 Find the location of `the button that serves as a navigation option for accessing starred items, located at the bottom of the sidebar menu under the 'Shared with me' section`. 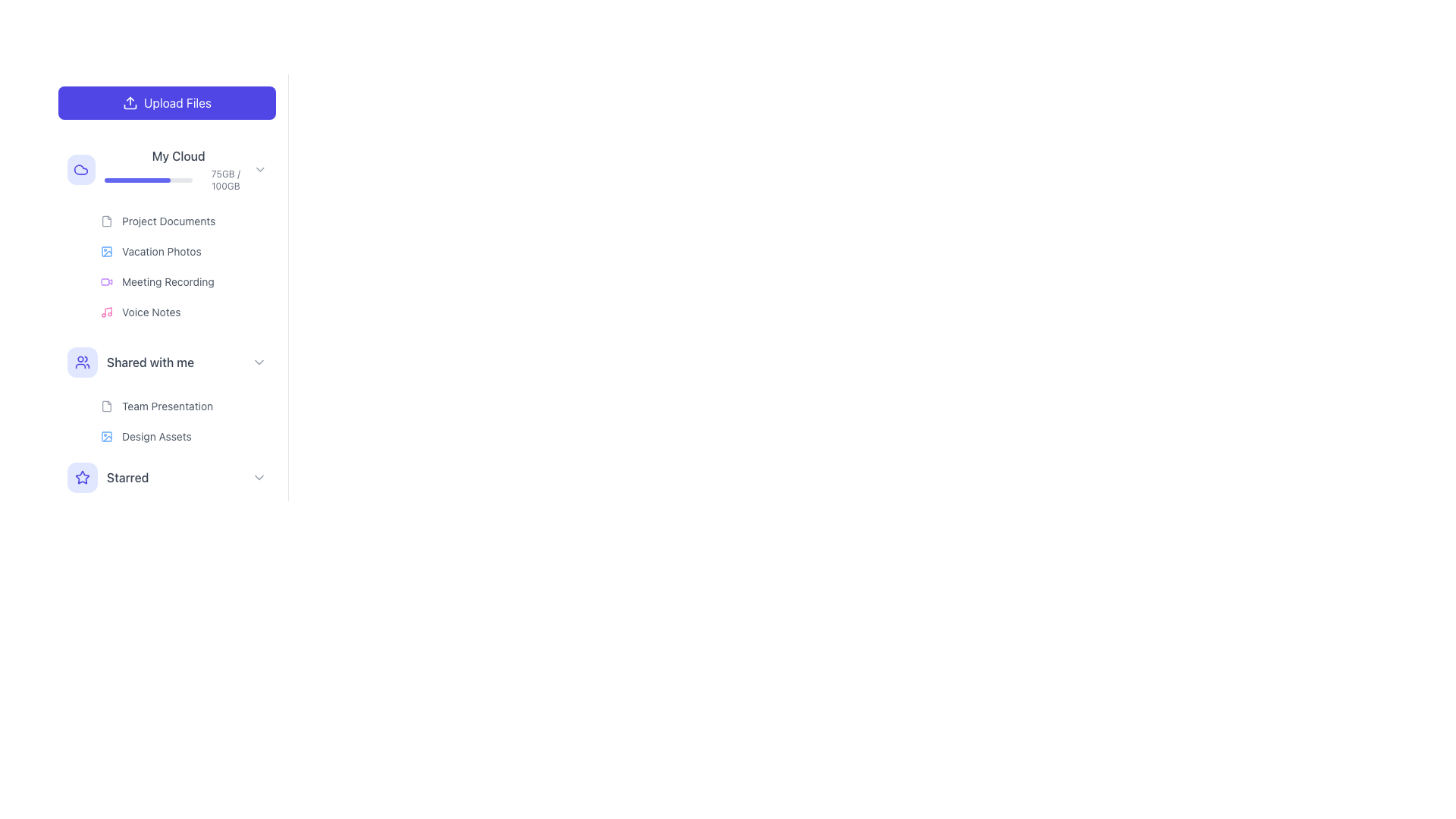

the button that serves as a navigation option for accessing starred items, located at the bottom of the sidebar menu under the 'Shared with me' section is located at coordinates (167, 476).